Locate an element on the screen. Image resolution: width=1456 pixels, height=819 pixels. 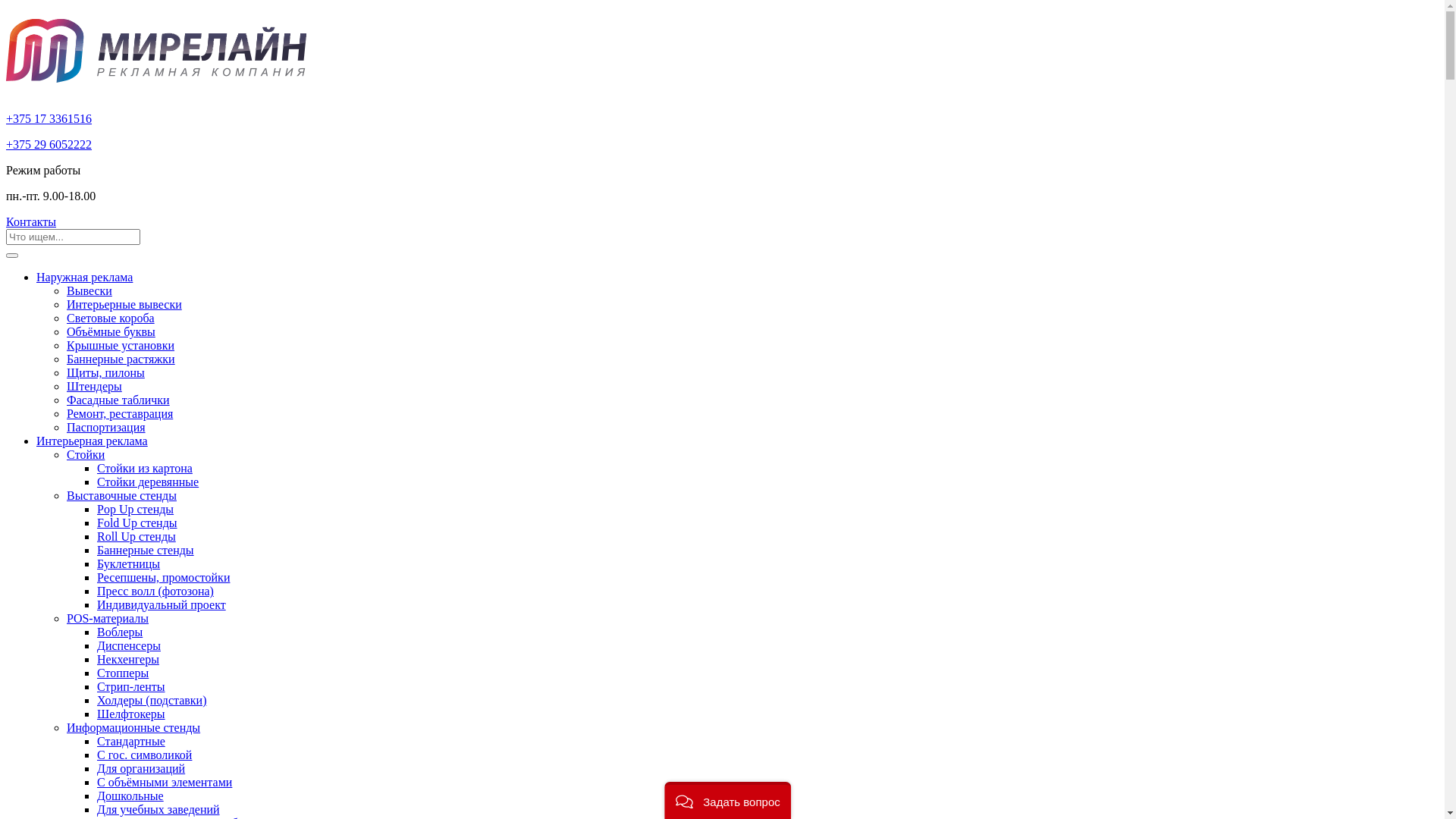
'+375 17 3361516' is located at coordinates (49, 118).